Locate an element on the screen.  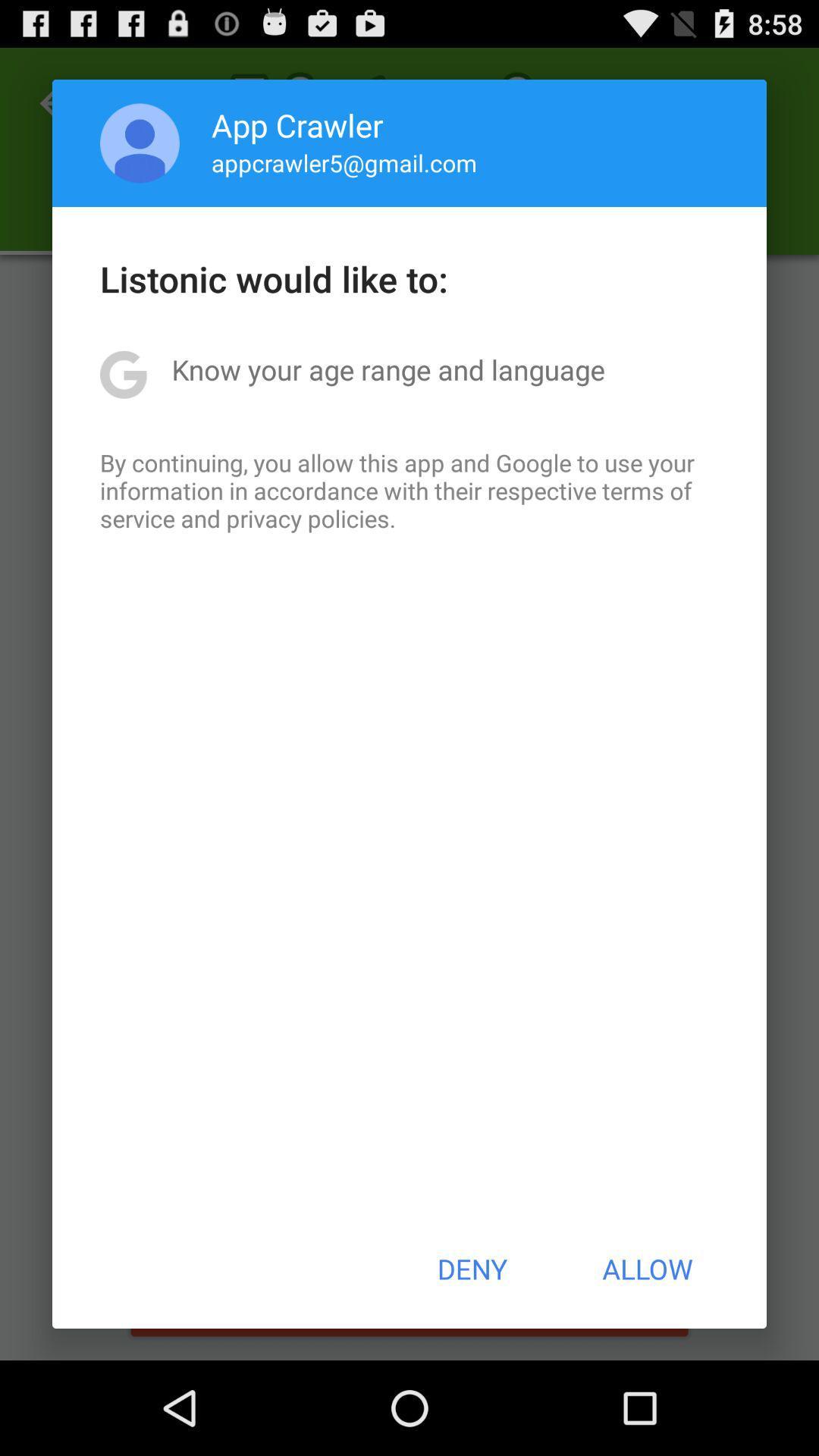
the icon above by continuing you item is located at coordinates (388, 369).